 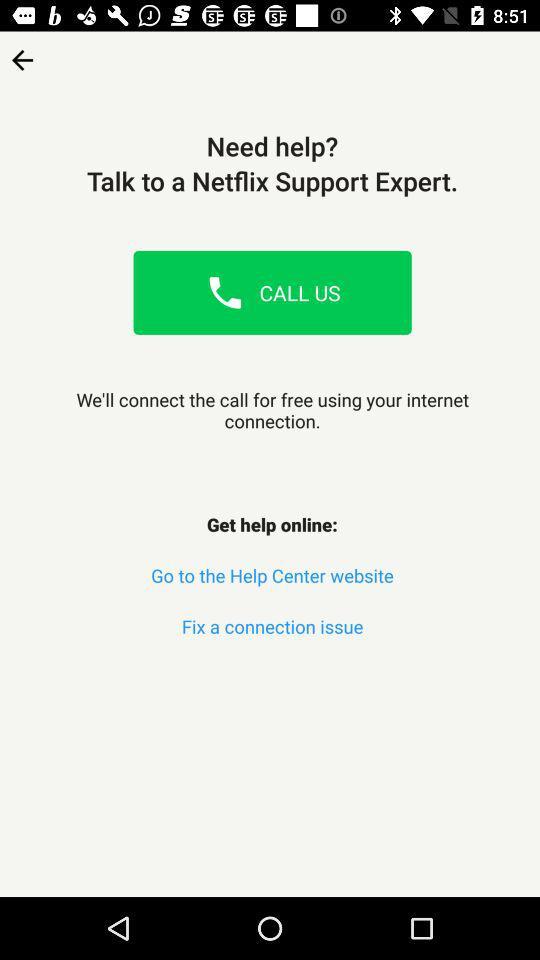 I want to click on icon above we ll connect icon, so click(x=21, y=52).